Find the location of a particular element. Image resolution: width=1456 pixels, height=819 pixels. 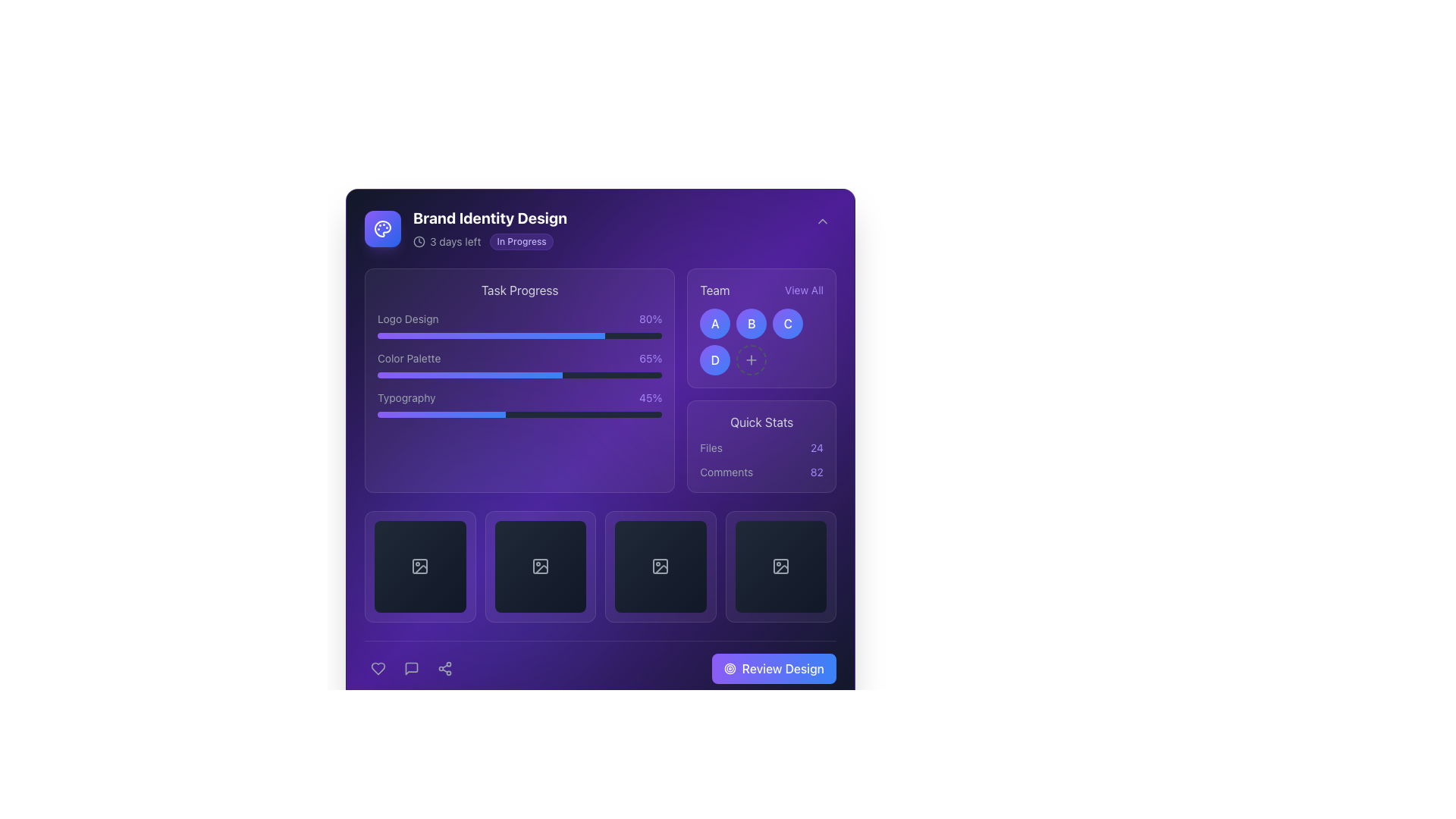

the outermost SVG Circle element, which is part of a concentric circle pattern located near the bottom-right of the interface is located at coordinates (730, 667).